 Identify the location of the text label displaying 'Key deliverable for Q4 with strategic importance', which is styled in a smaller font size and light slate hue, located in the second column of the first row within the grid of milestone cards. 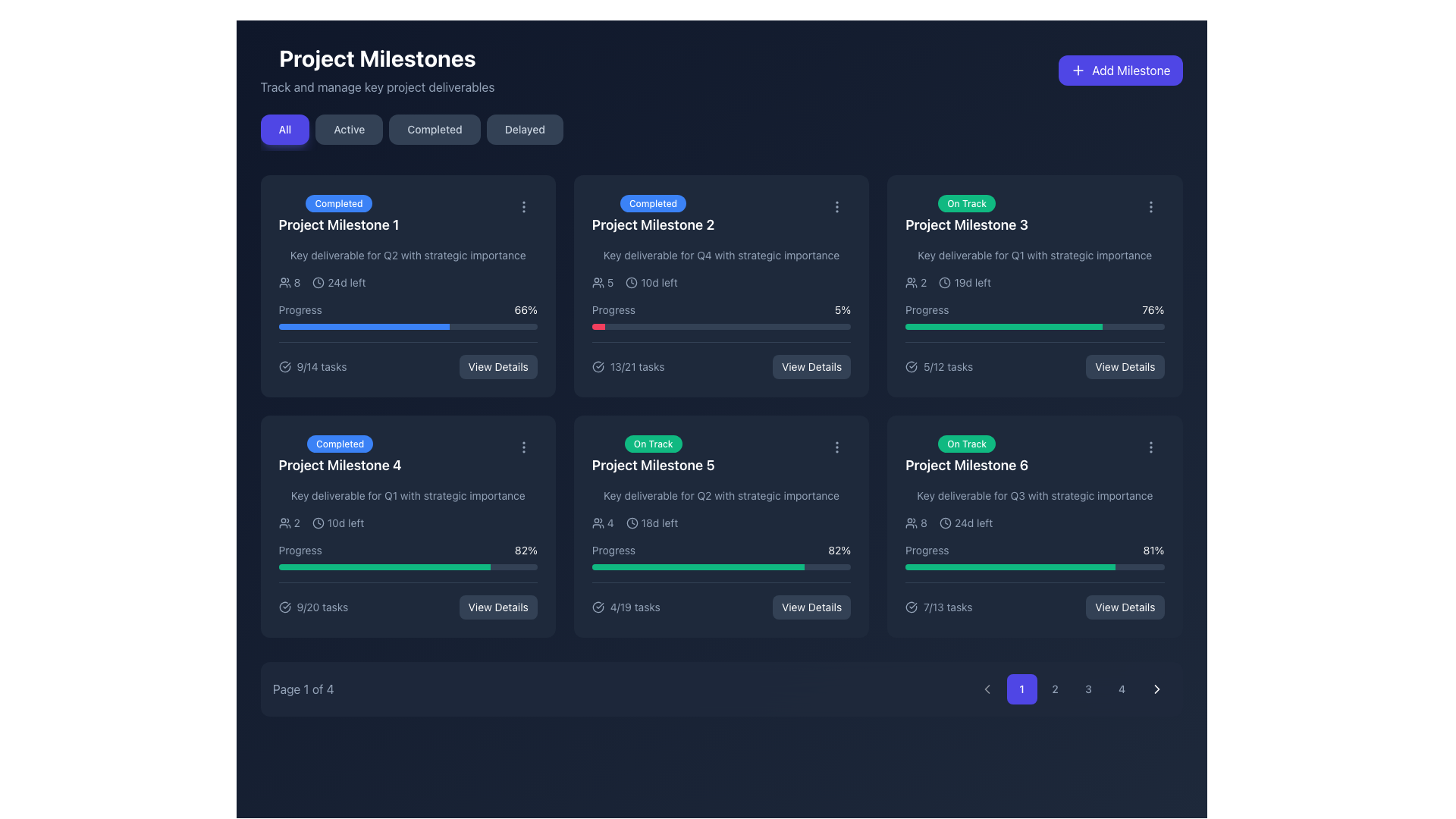
(720, 254).